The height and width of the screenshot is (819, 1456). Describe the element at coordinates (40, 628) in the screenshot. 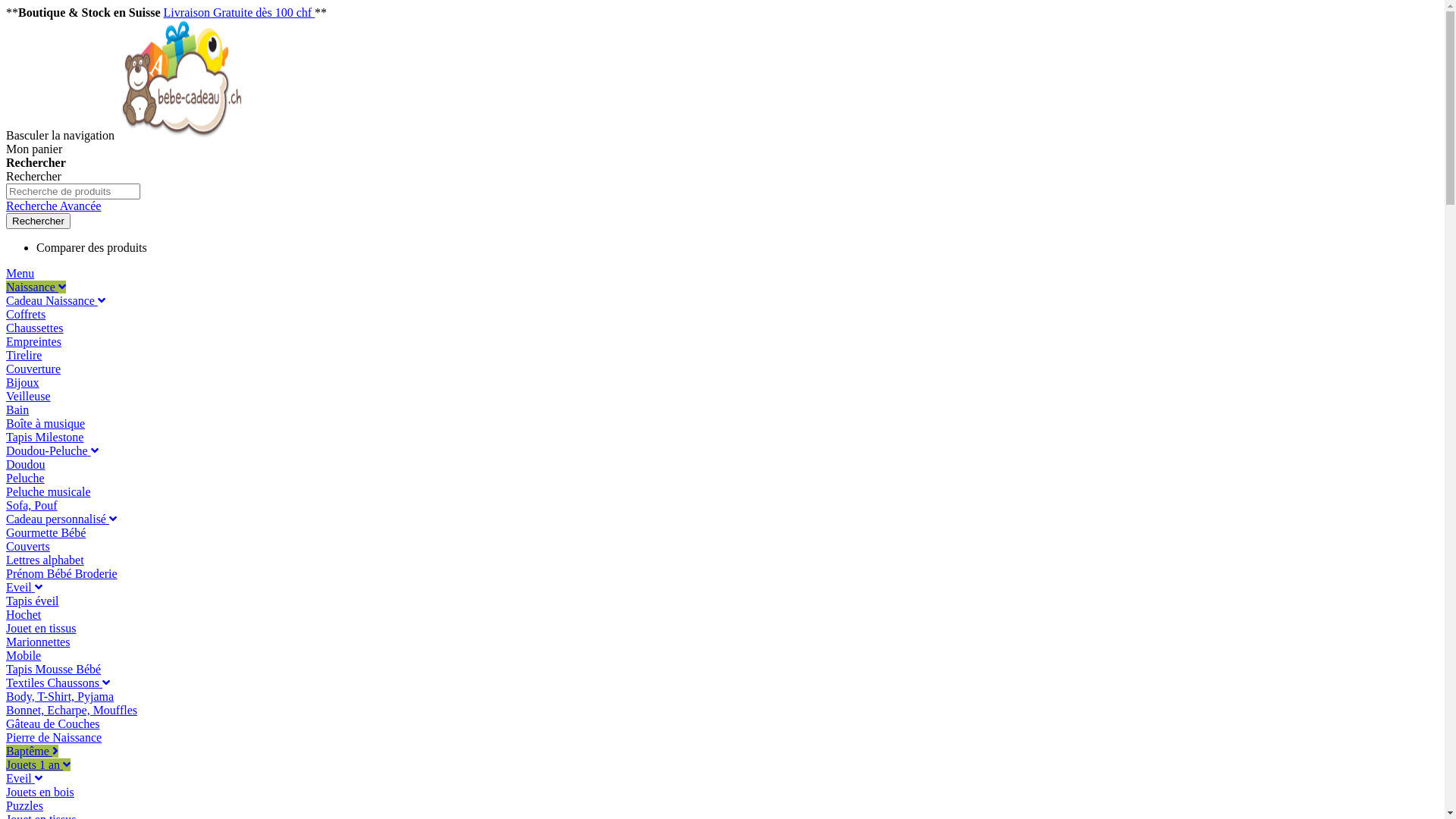

I see `'Jouet en tissus'` at that location.